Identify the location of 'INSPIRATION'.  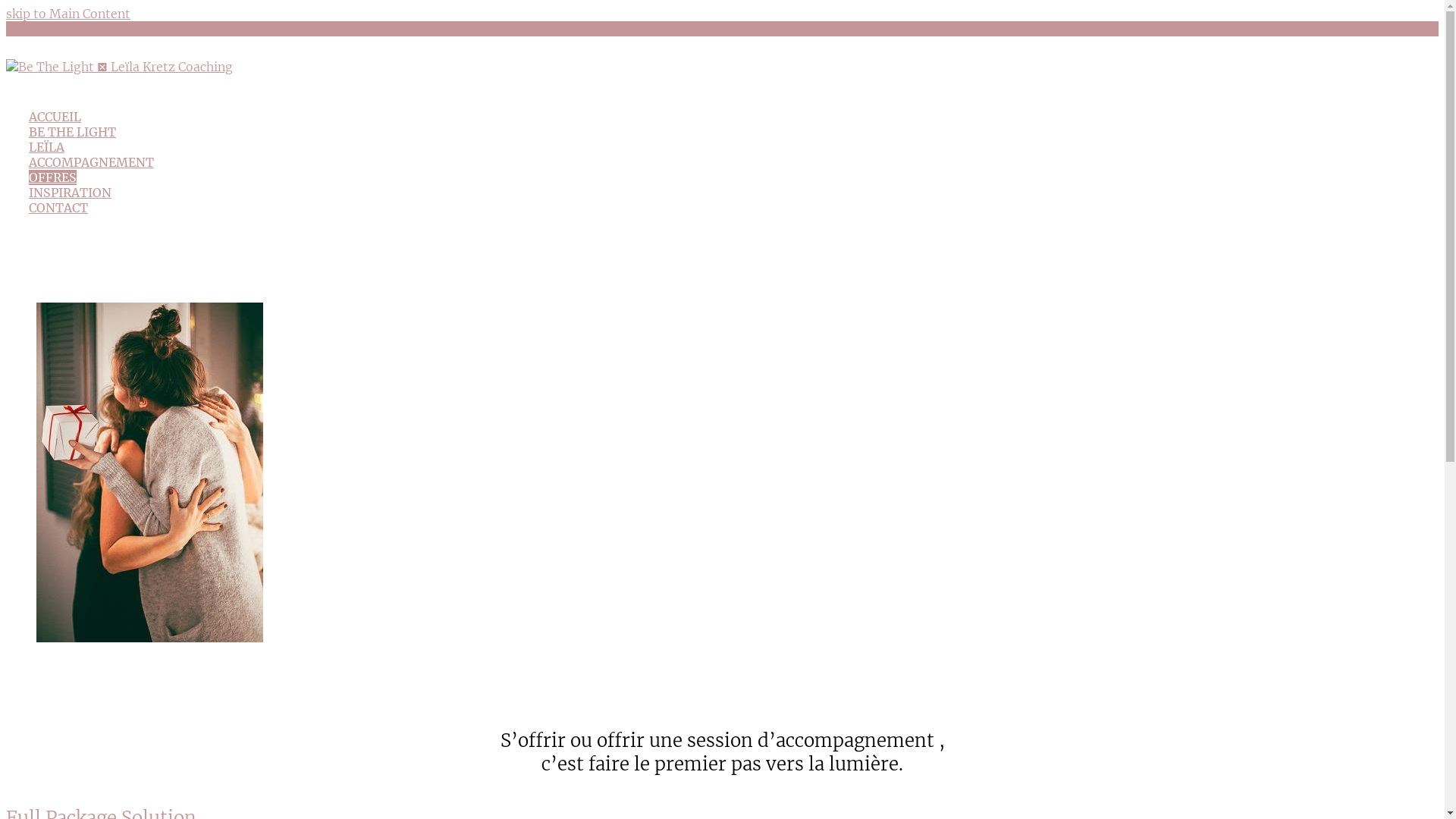
(69, 192).